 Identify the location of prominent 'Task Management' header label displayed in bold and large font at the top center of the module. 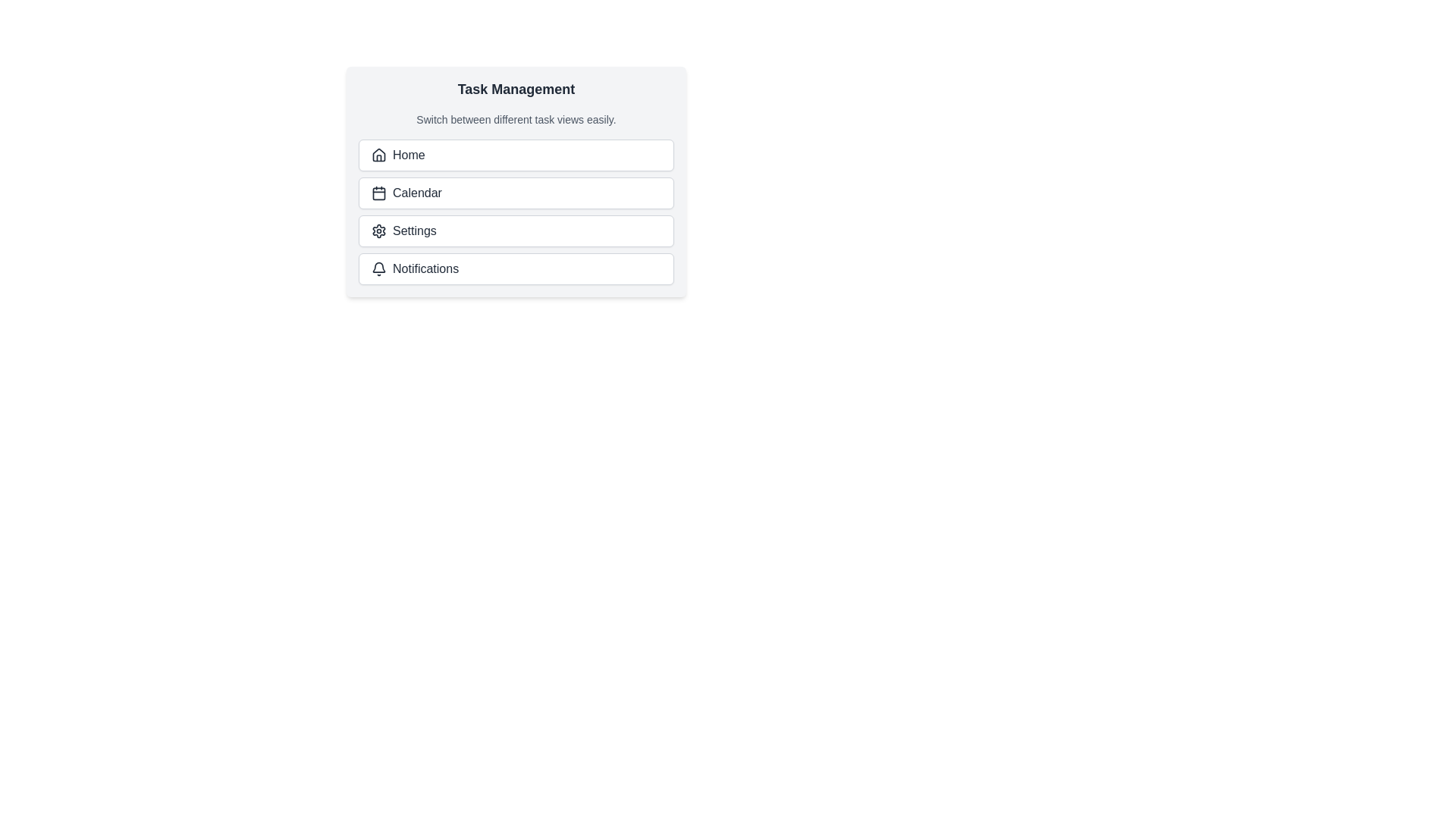
(516, 89).